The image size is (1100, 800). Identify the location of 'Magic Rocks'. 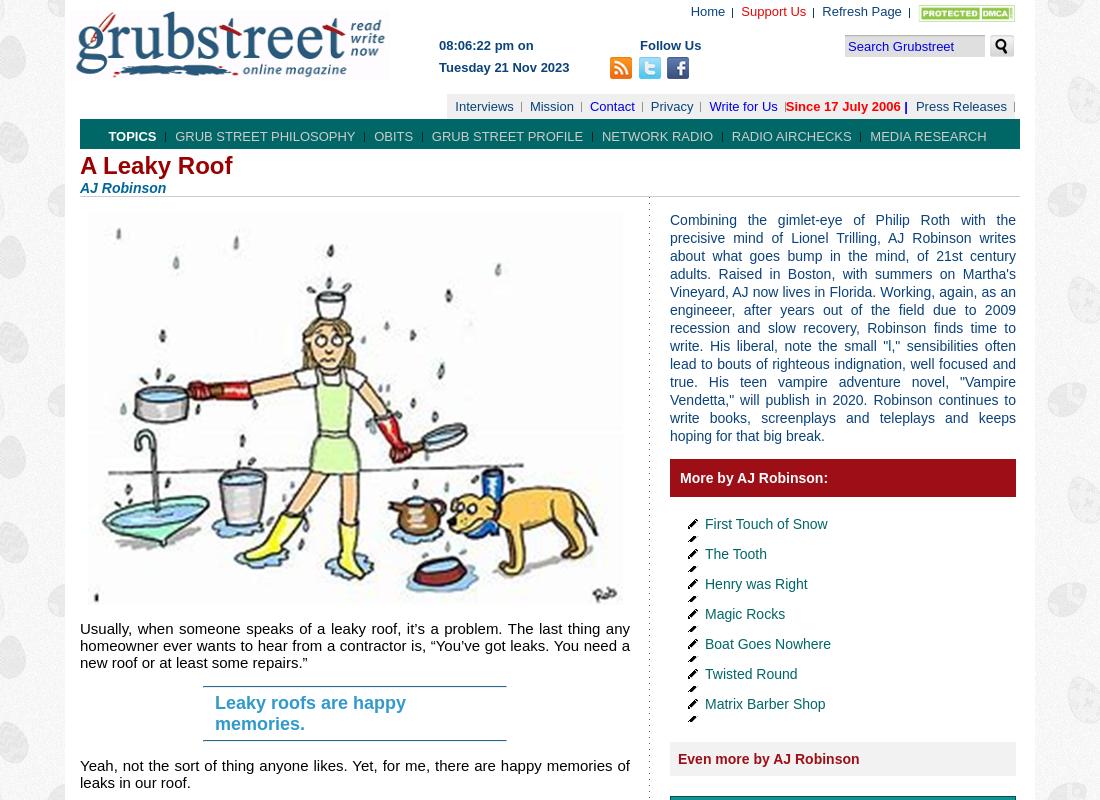
(744, 614).